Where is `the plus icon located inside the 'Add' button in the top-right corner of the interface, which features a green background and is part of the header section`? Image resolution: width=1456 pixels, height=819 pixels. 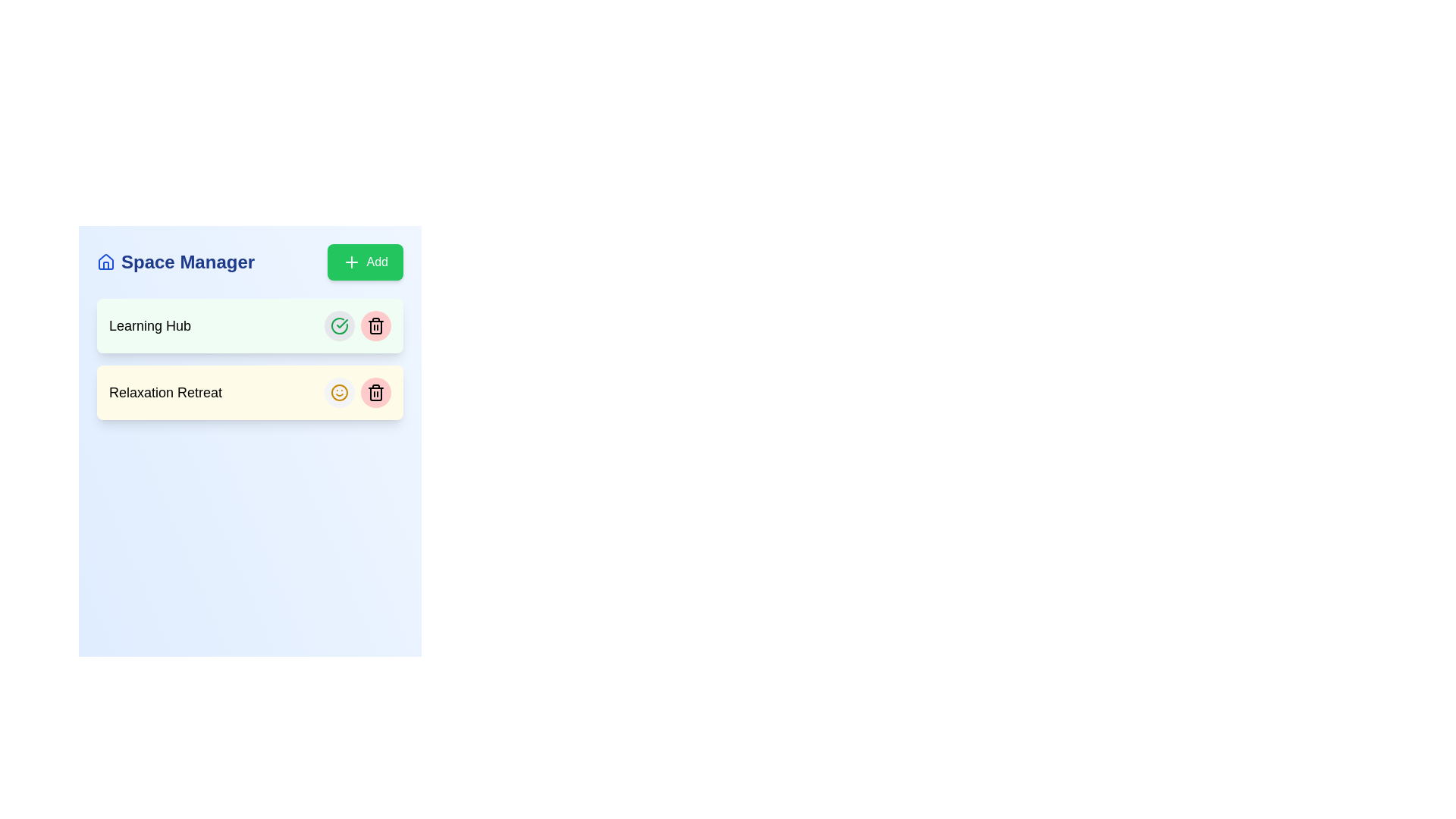 the plus icon located inside the 'Add' button in the top-right corner of the interface, which features a green background and is part of the header section is located at coordinates (350, 262).